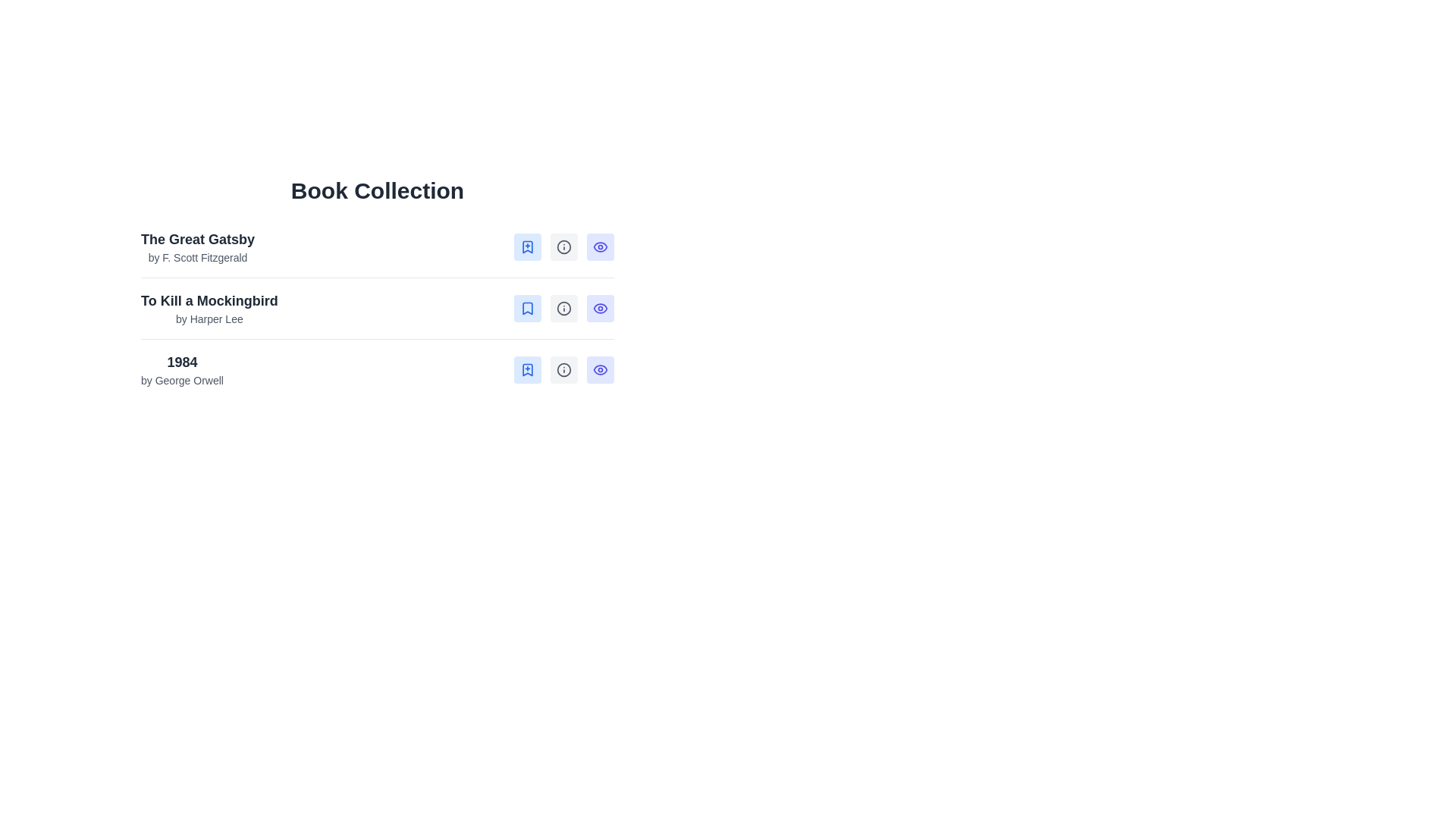 The image size is (1456, 819). I want to click on the second book entry in the 'Book Collection' list, which displays 'To Kill a Mockingbird' by Harper Lee, so click(378, 289).